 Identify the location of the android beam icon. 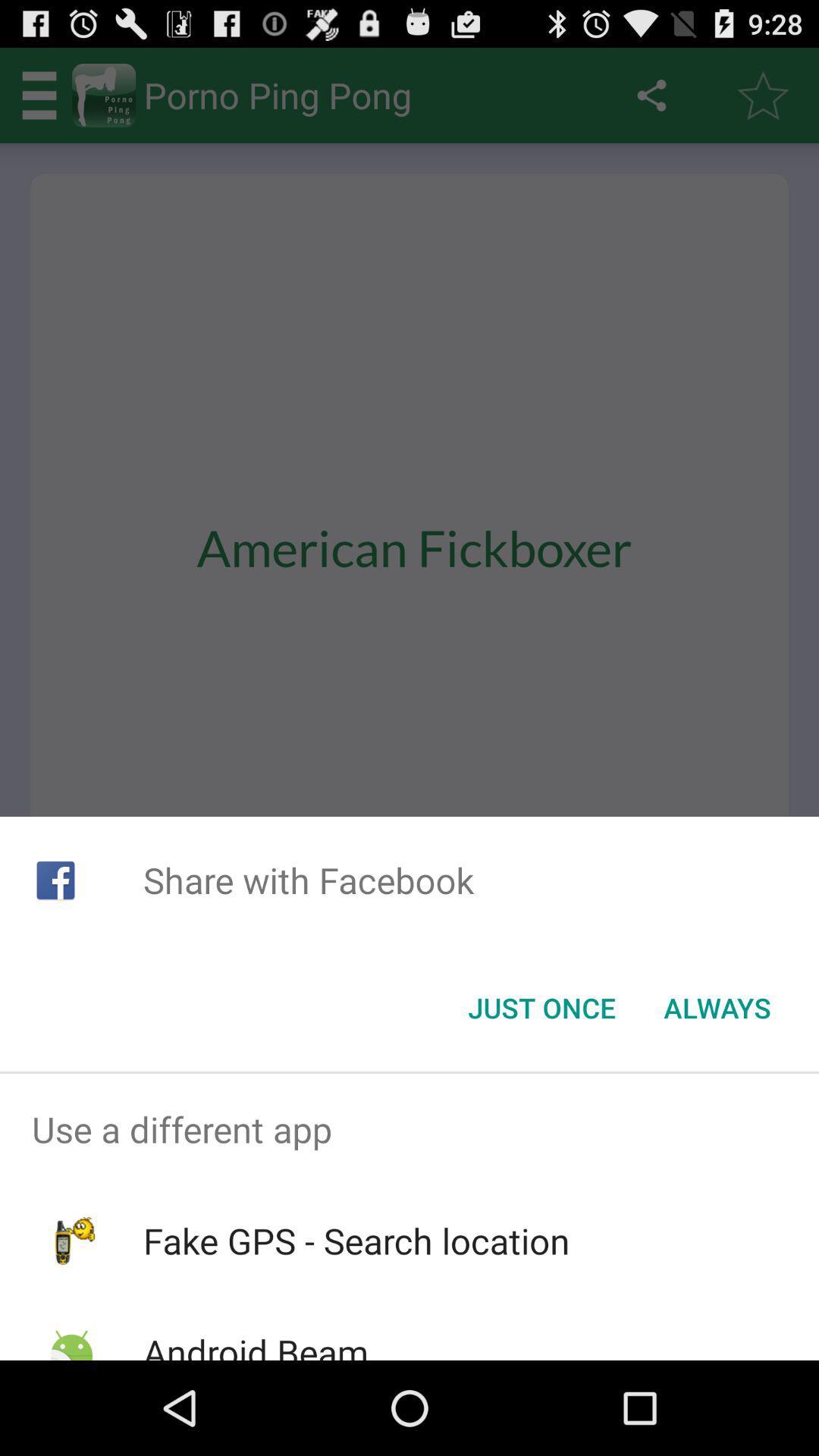
(255, 1344).